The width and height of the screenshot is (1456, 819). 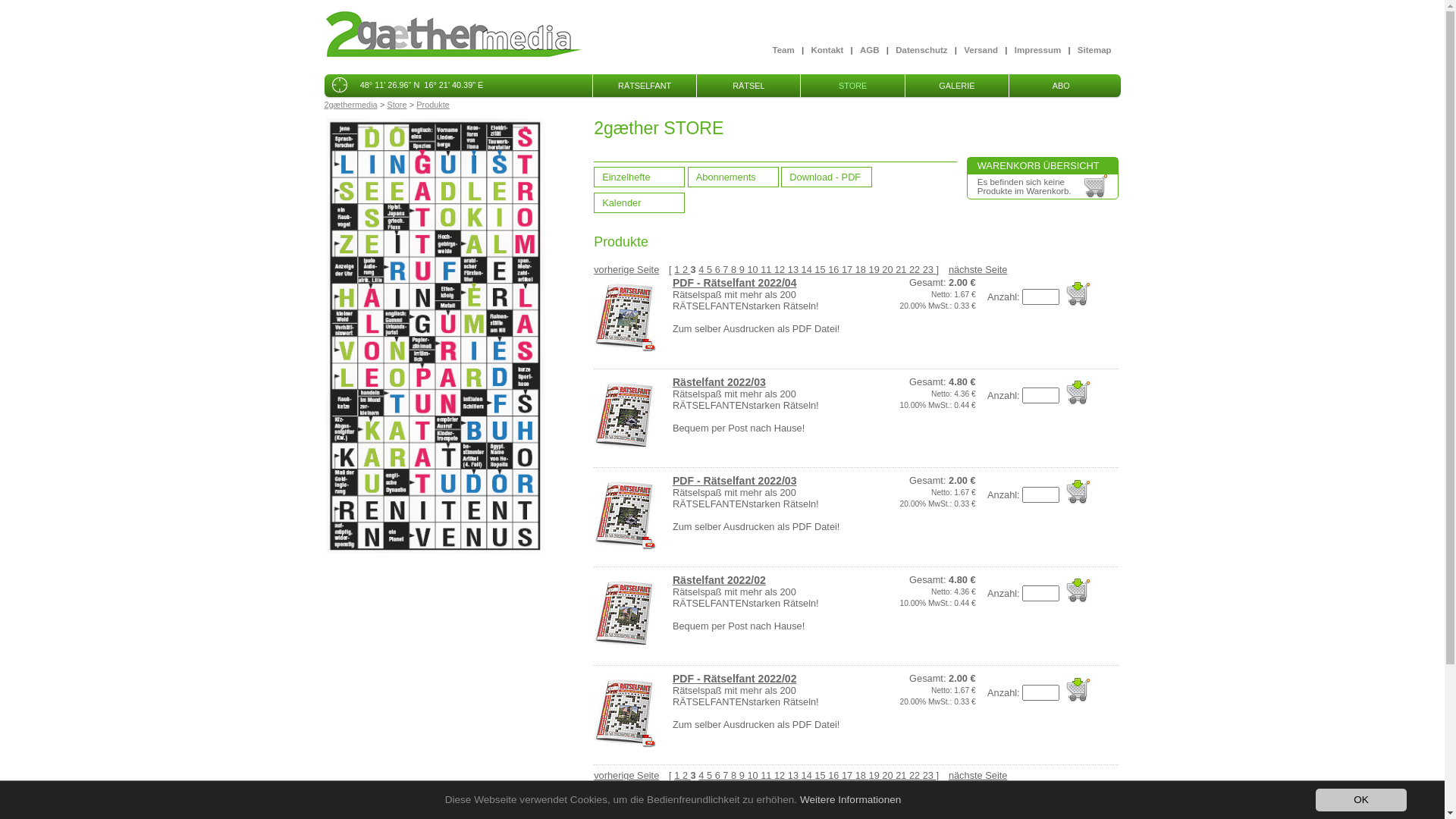 What do you see at coordinates (928, 268) in the screenshot?
I see `'23'` at bounding box center [928, 268].